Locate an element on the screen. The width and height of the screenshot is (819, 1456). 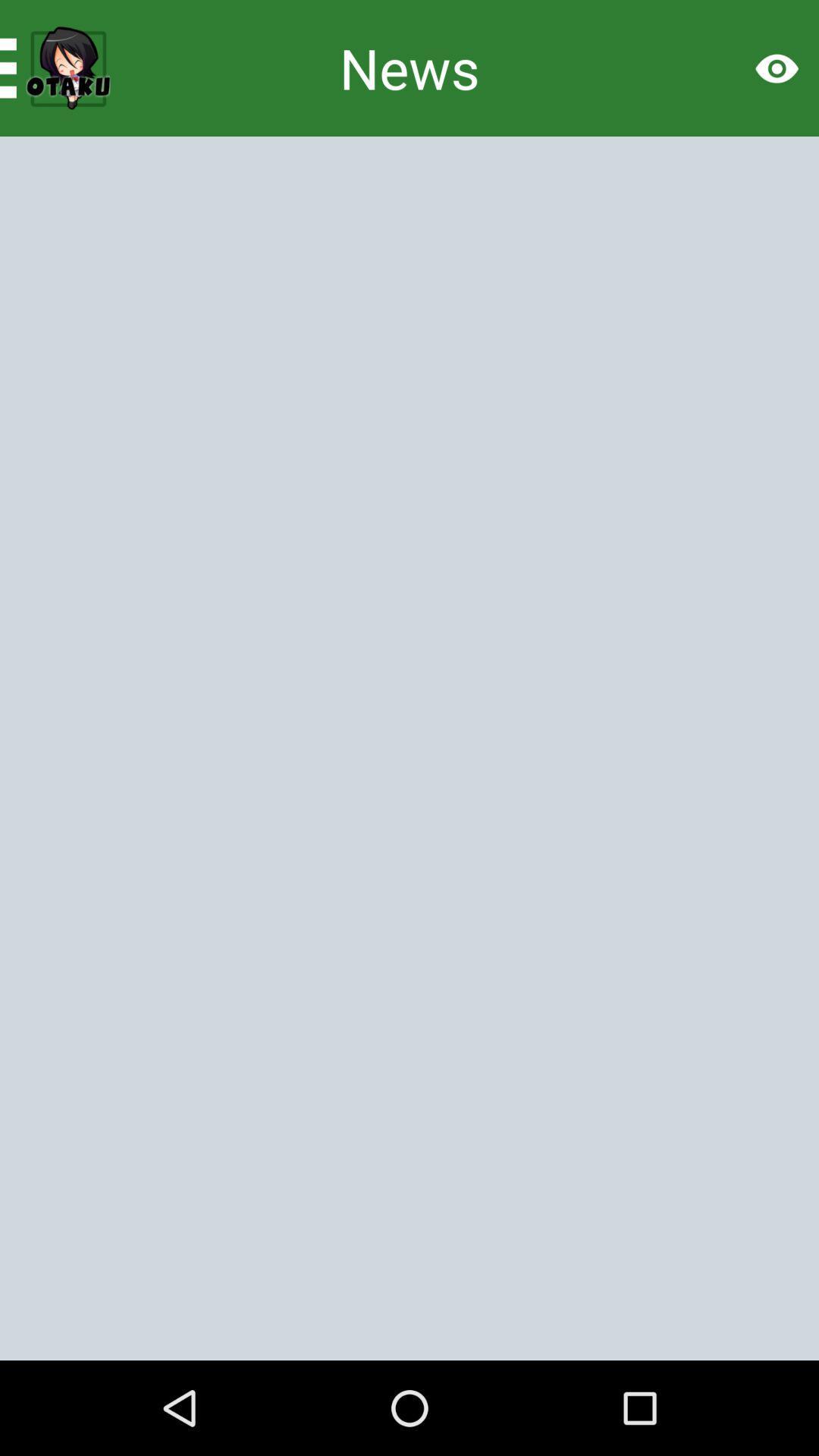
the visibility icon is located at coordinates (777, 67).